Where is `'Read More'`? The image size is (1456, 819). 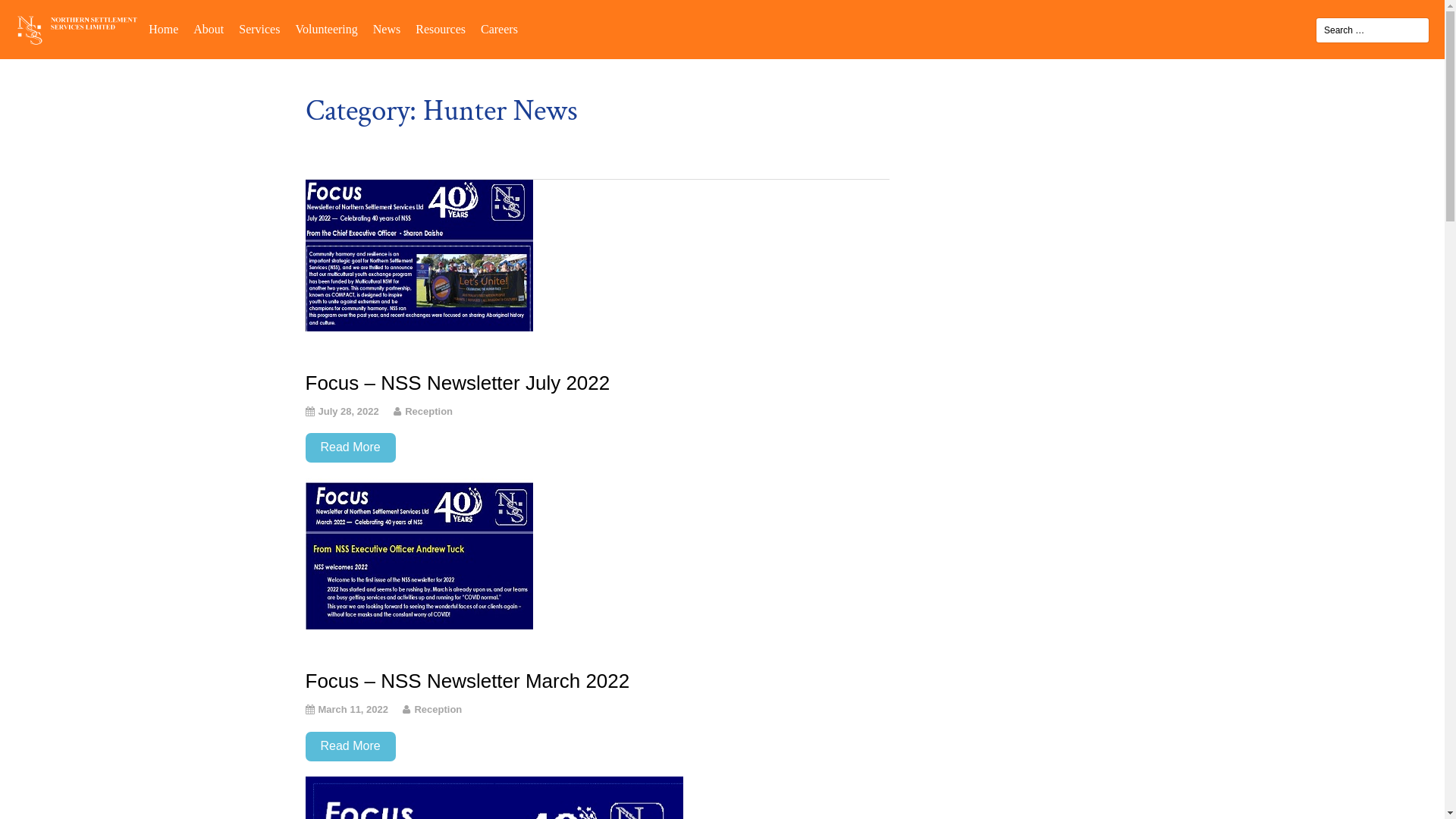
'Read More' is located at coordinates (349, 447).